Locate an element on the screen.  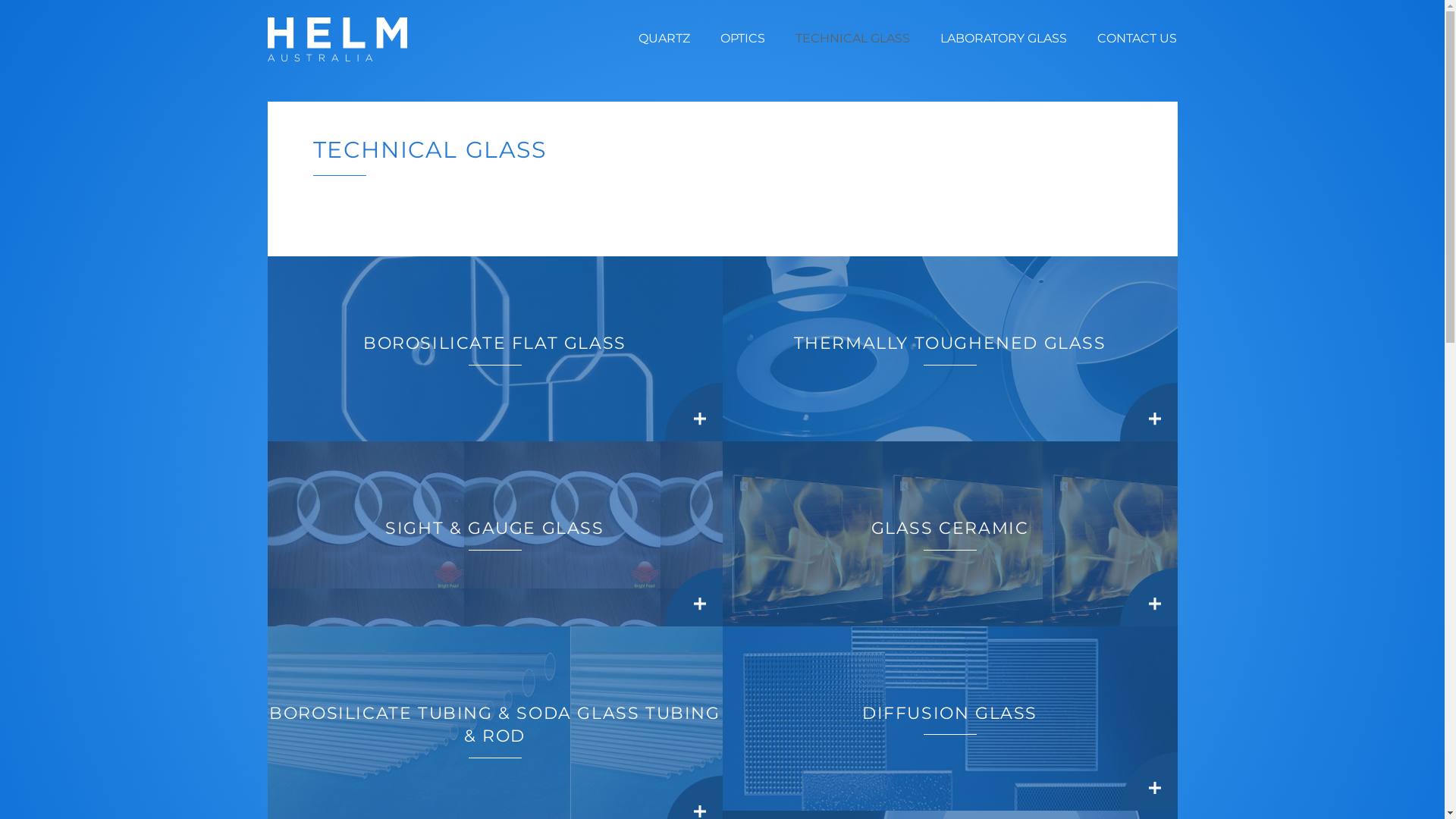
'TECHNICAL GLASS' is located at coordinates (852, 37).